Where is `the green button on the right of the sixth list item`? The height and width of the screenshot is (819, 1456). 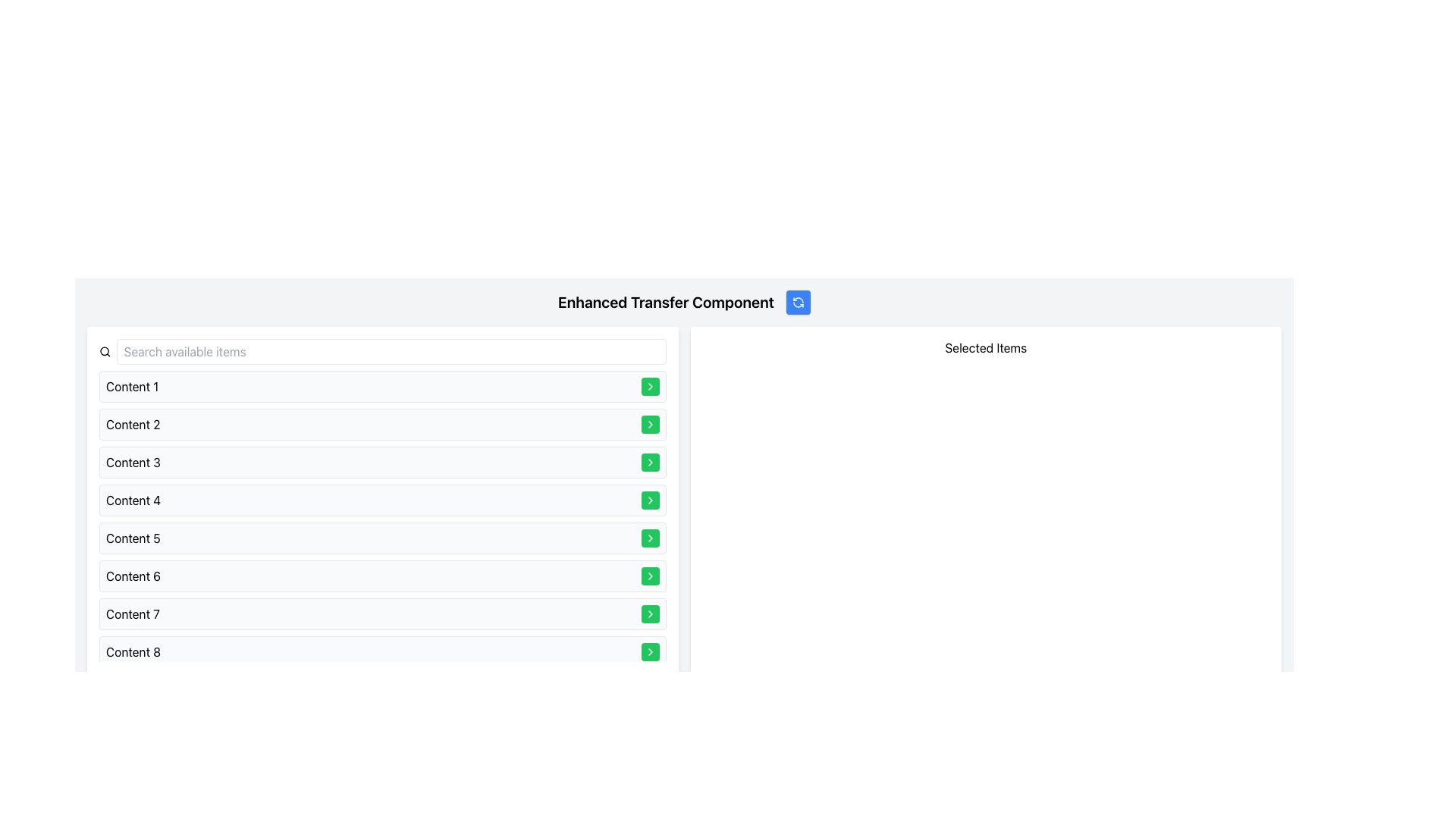 the green button on the right of the sixth list item is located at coordinates (382, 576).